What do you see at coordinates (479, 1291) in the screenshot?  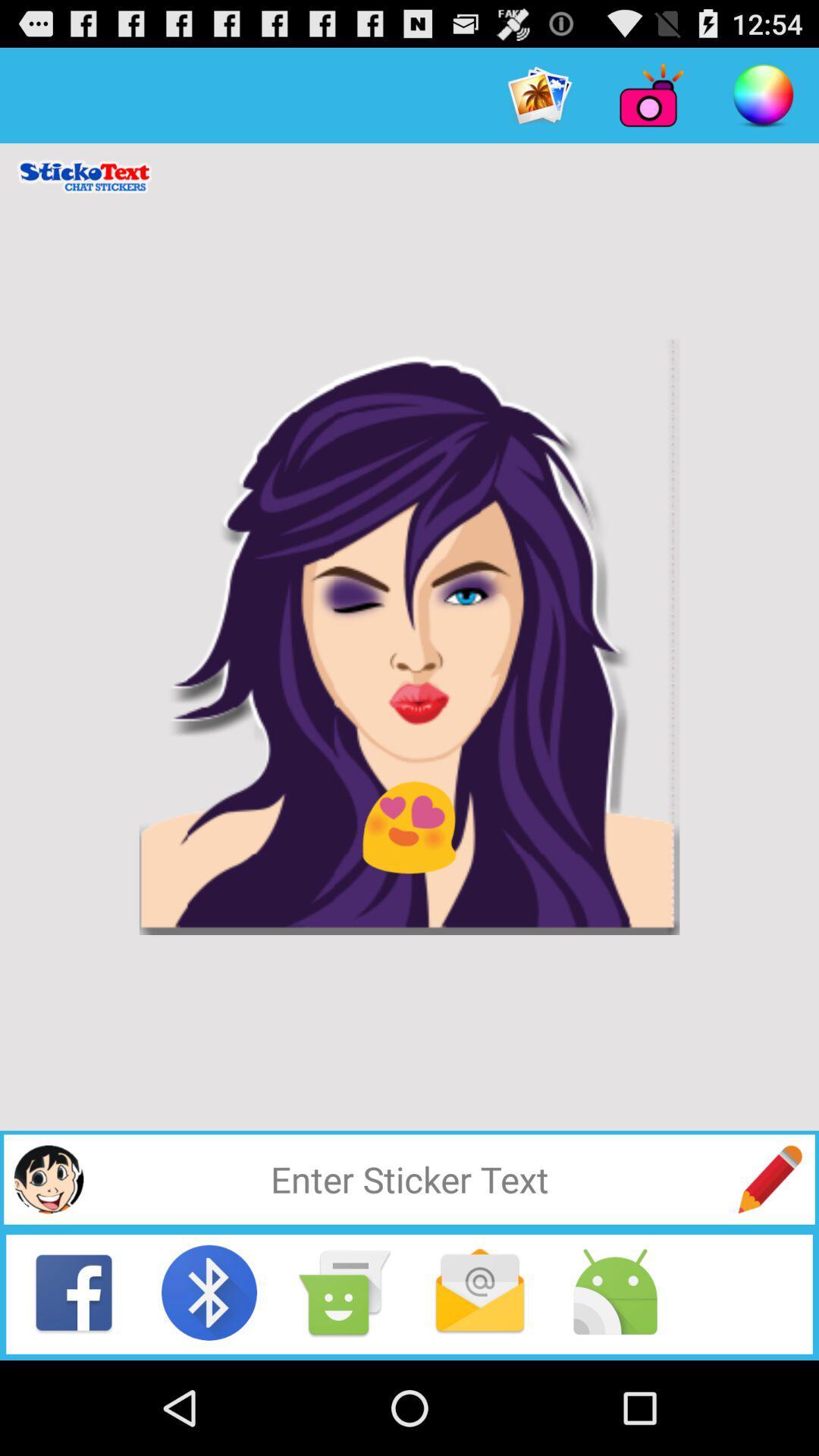 I see `e-mail app` at bounding box center [479, 1291].